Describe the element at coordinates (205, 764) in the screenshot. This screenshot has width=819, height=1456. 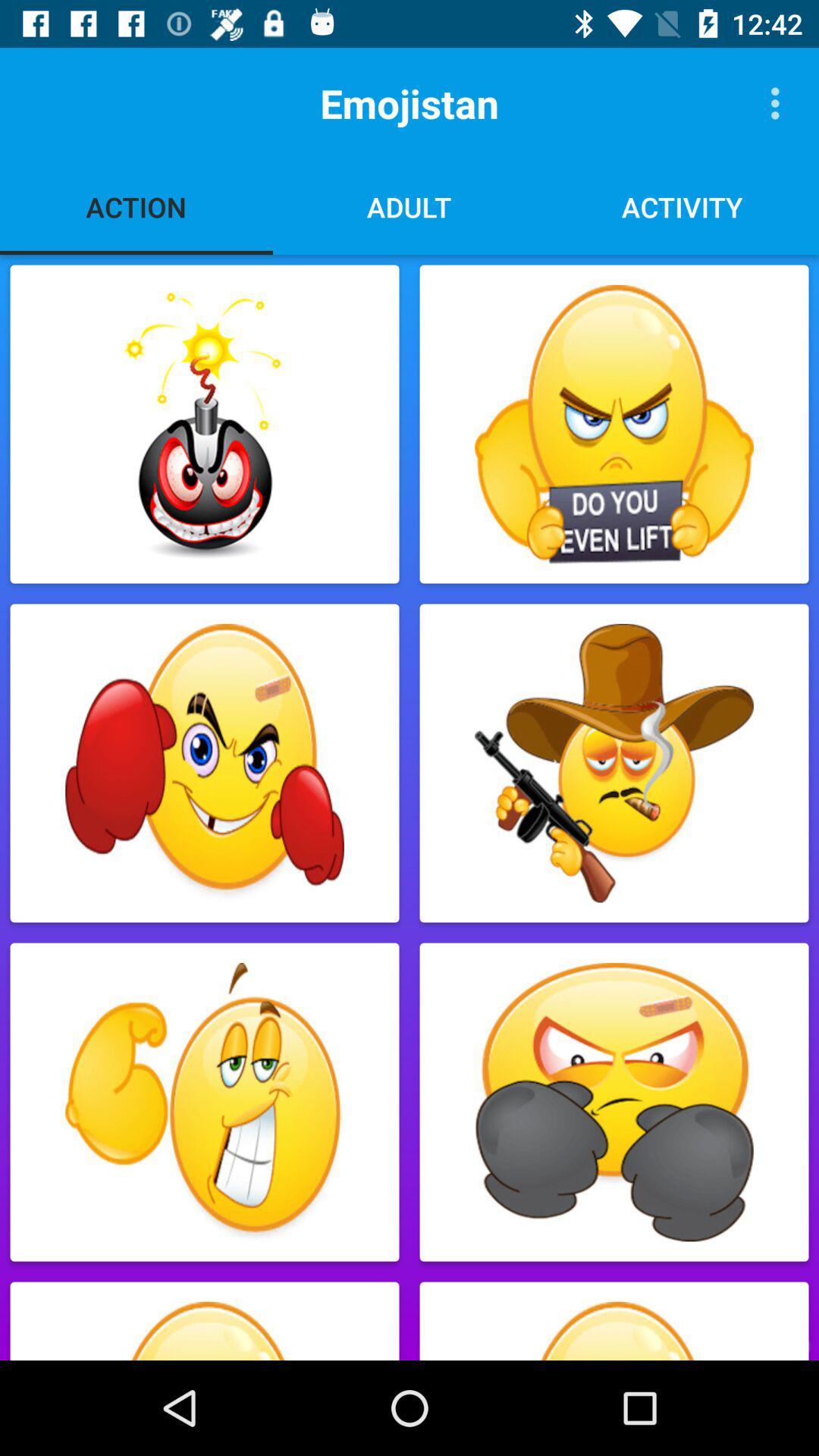
I see `the first image in second row` at that location.